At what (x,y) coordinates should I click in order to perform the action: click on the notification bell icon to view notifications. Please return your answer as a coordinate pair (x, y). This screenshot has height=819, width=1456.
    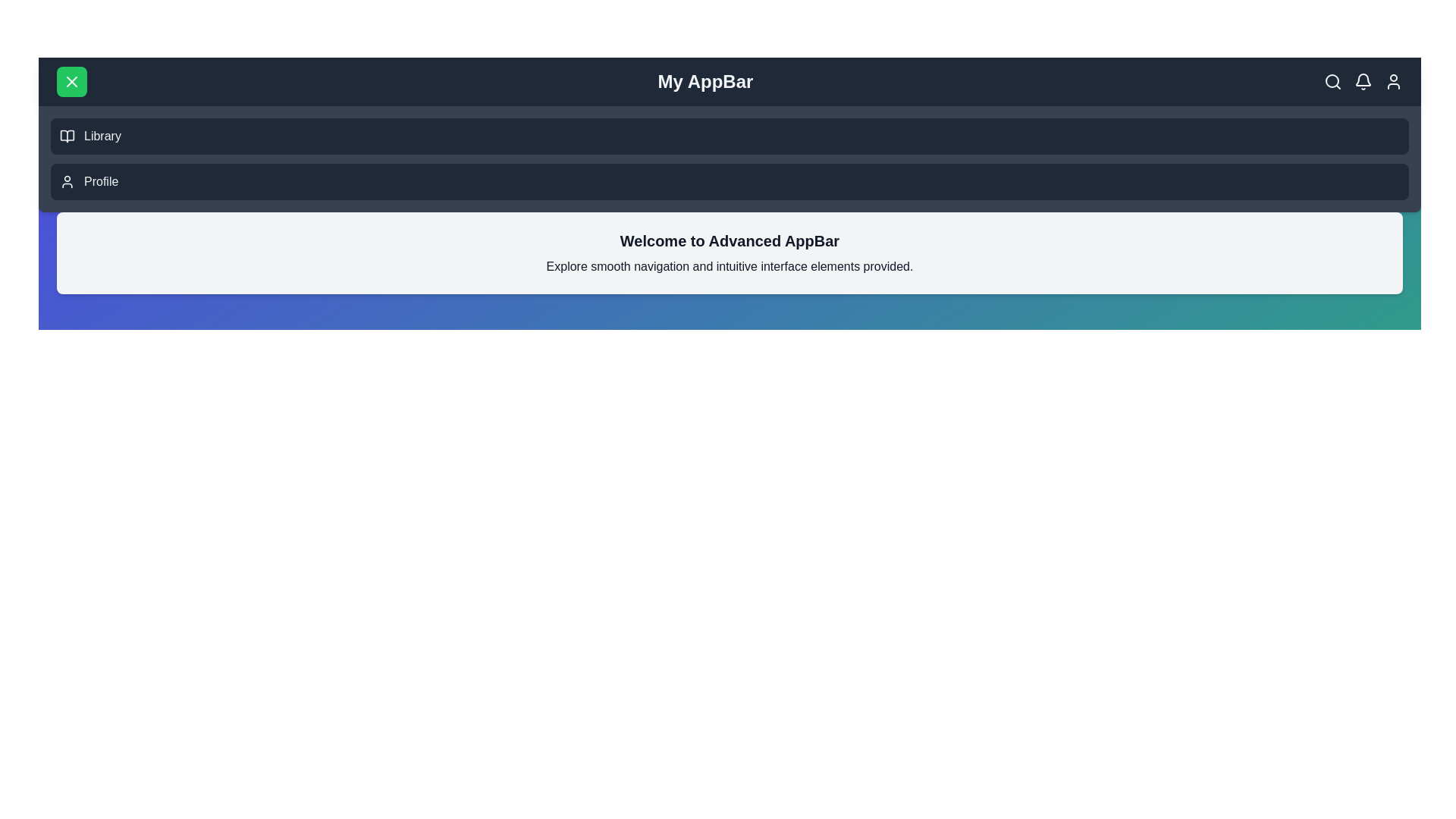
    Looking at the image, I should click on (1363, 82).